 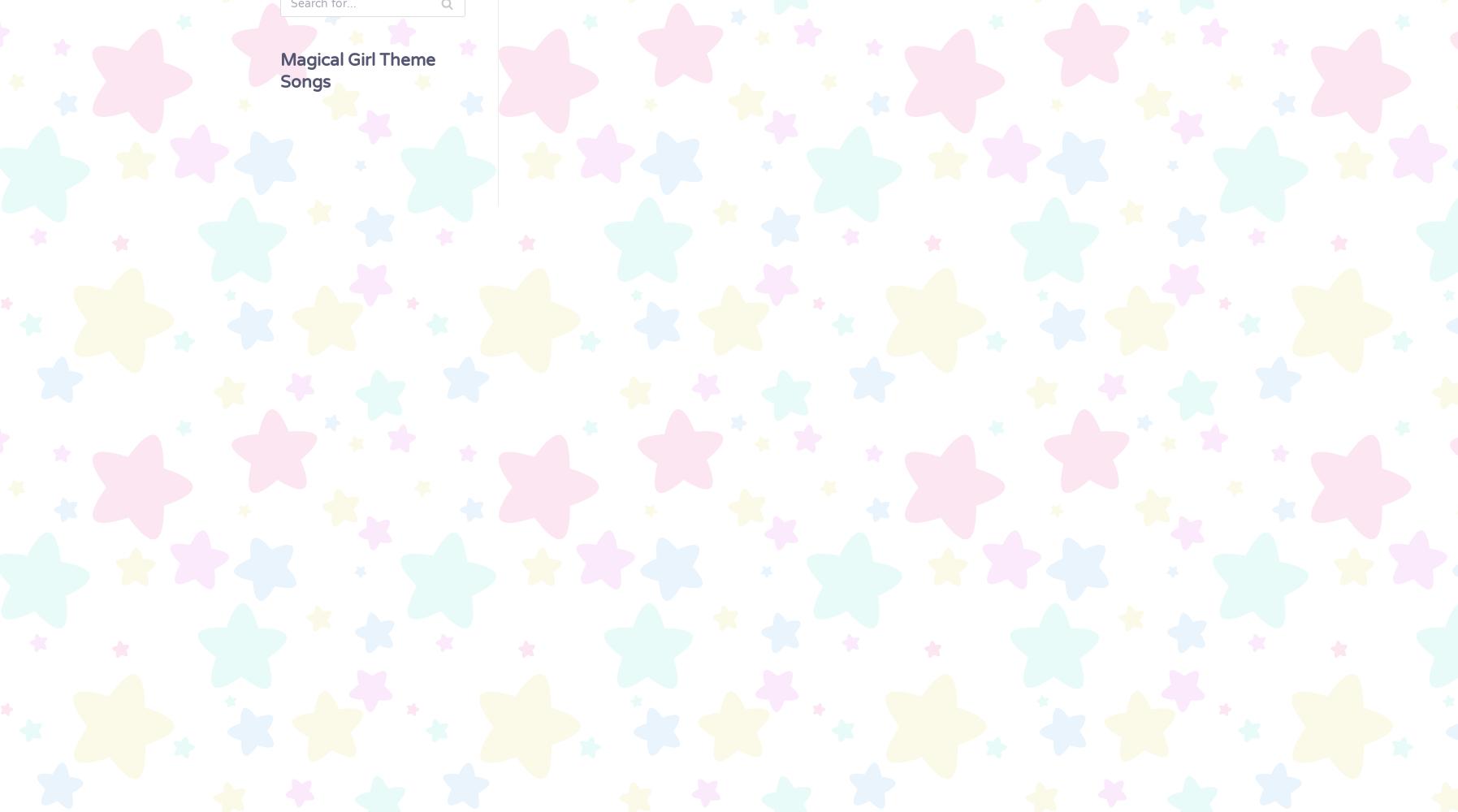 I want to click on 'Majokko Tickle', so click(x=24, y=743).